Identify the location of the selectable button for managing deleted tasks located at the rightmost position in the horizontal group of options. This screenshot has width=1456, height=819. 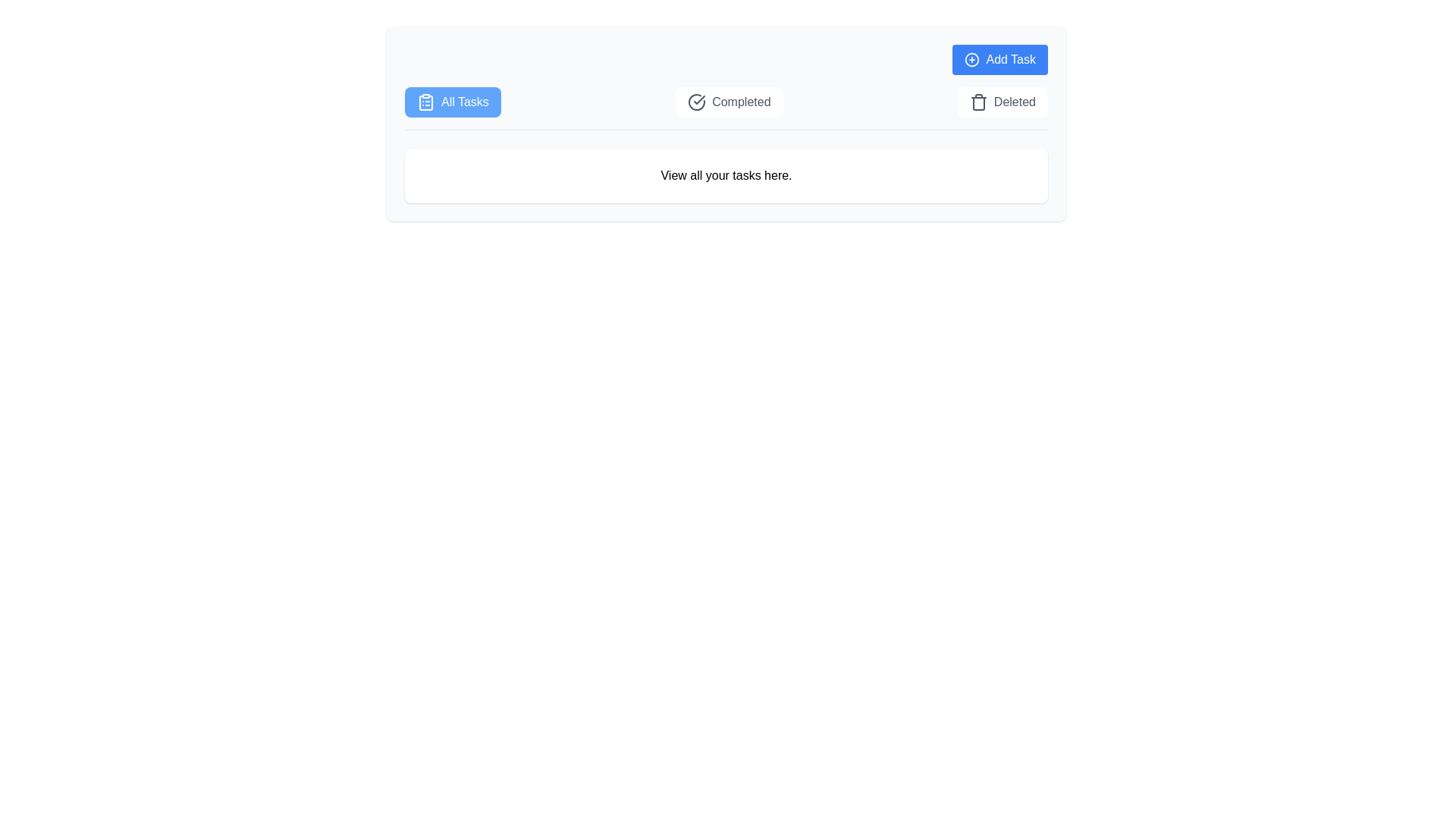
(1003, 102).